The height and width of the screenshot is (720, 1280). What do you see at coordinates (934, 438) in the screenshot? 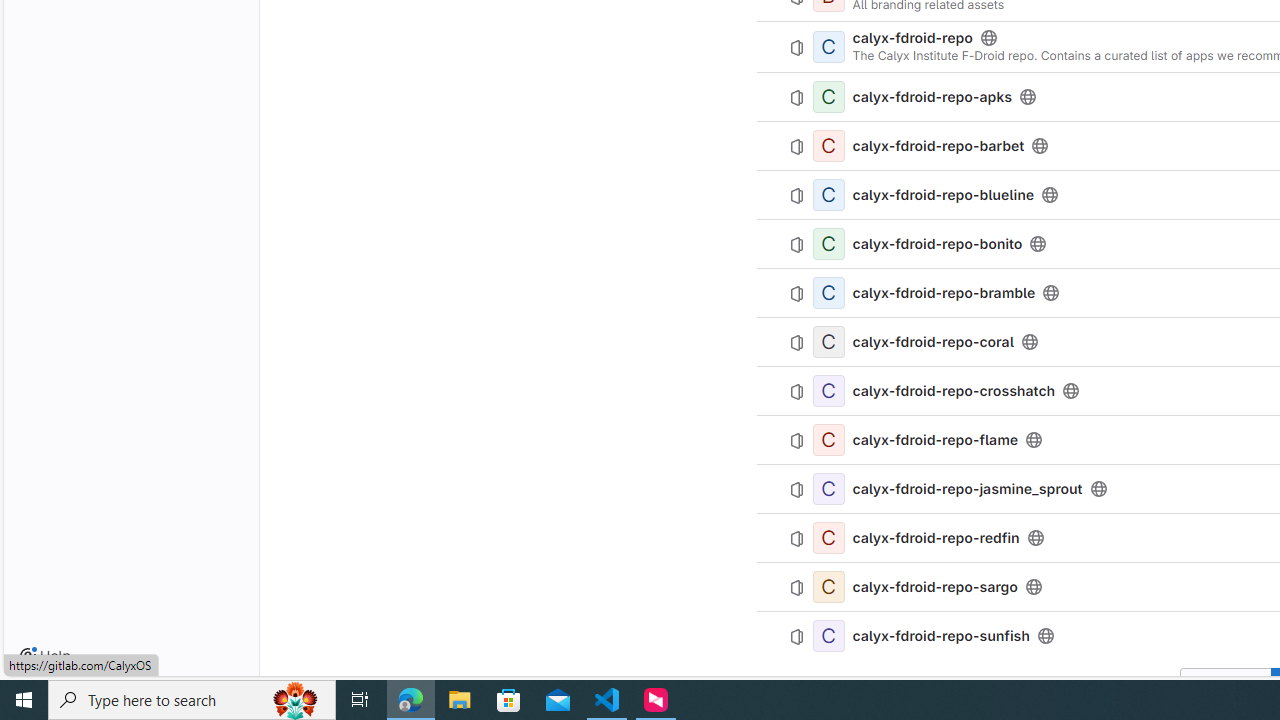
I see `'calyx-fdroid-repo-flame'` at bounding box center [934, 438].